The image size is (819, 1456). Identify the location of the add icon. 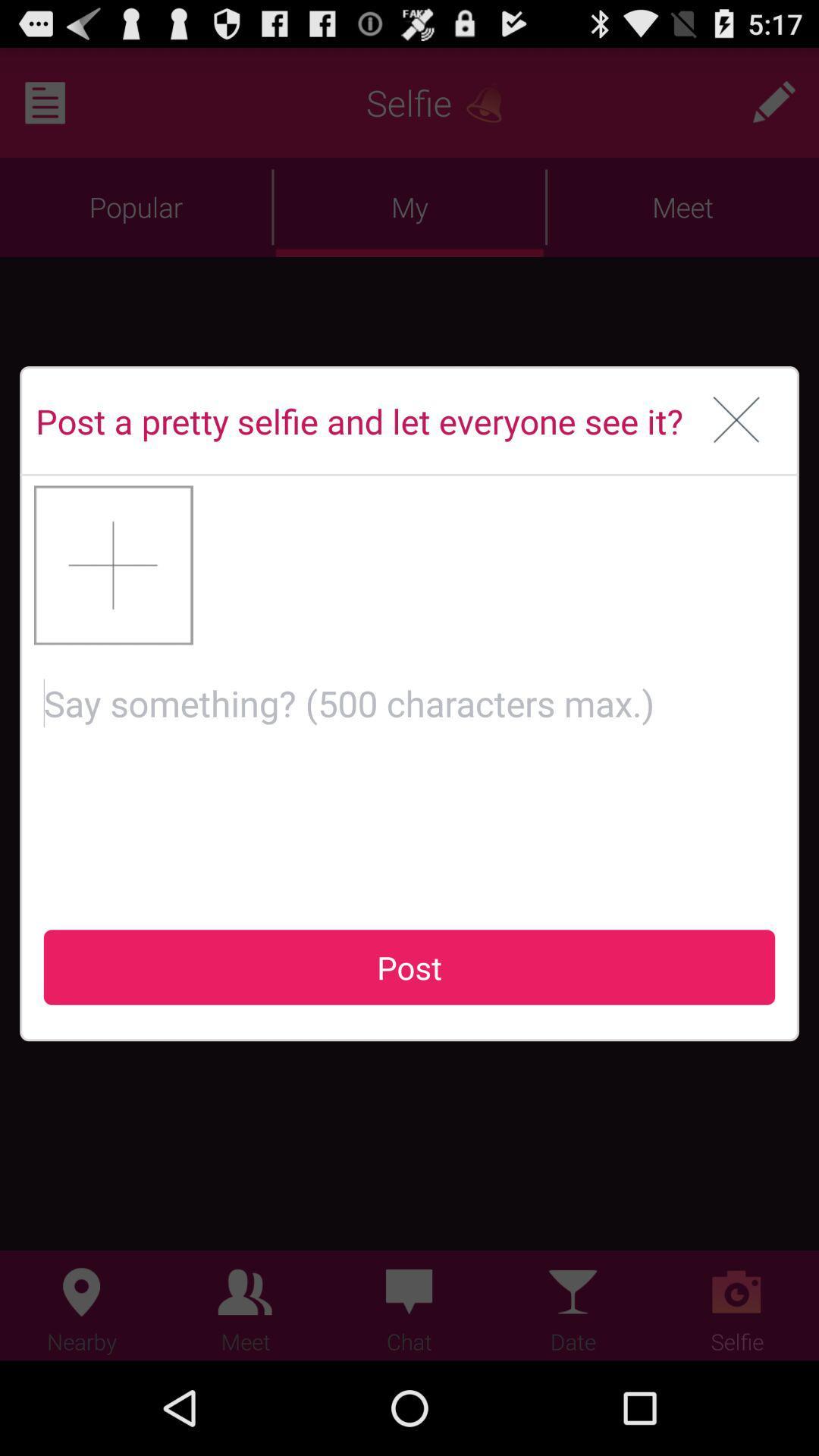
(113, 604).